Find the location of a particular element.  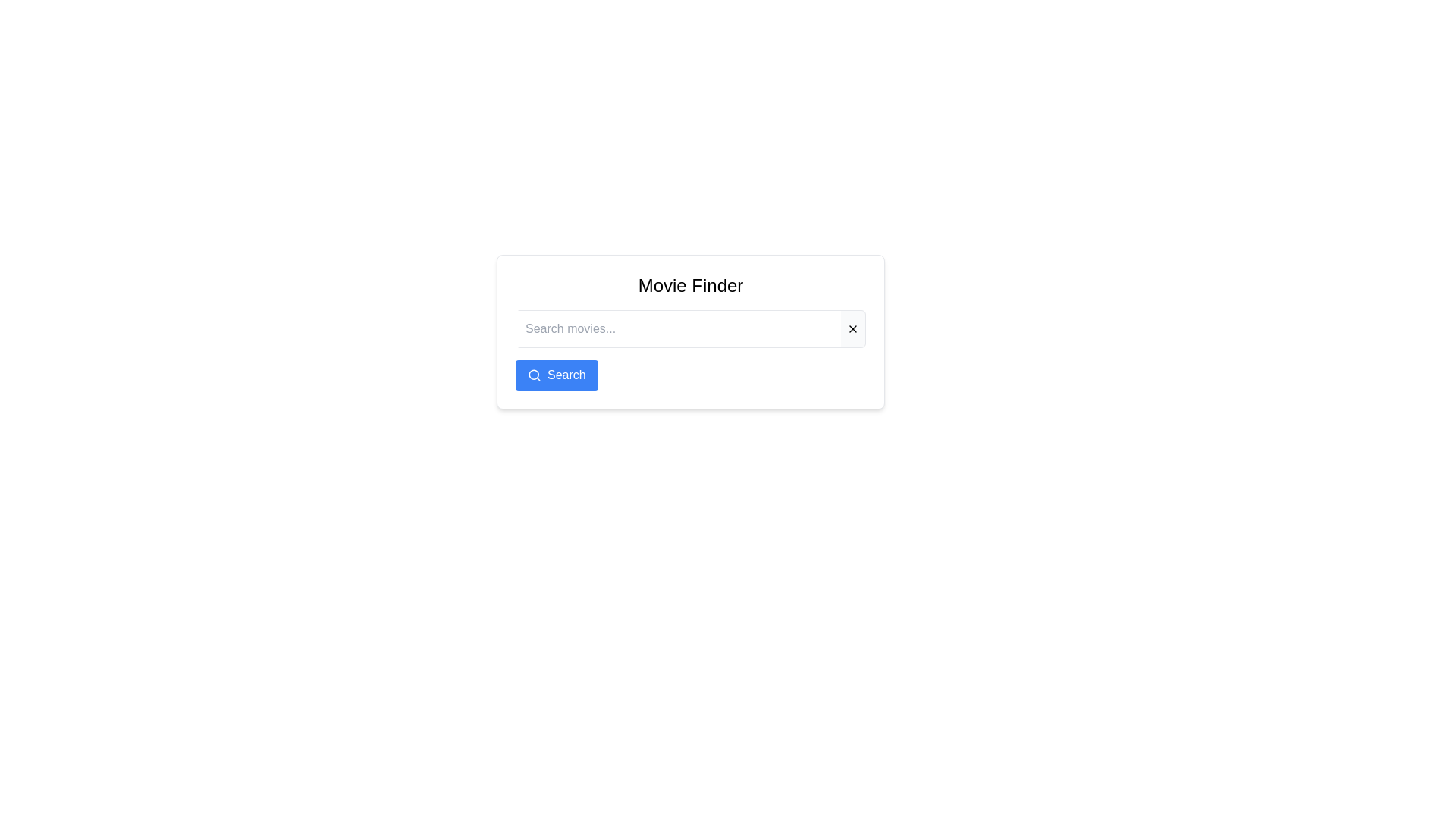

the search icon located within the blue 'Search' button in the lower right corner of the search interface is located at coordinates (535, 375).